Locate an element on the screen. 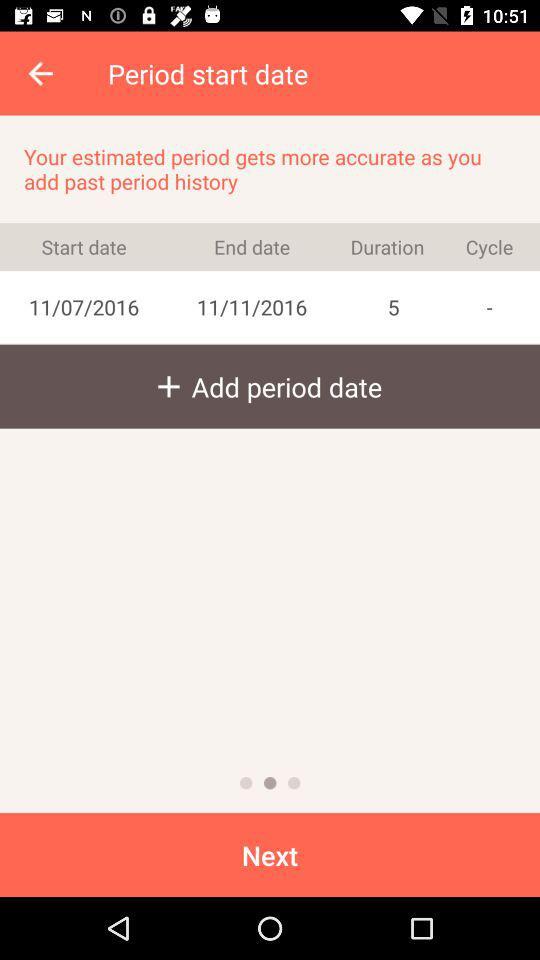 The width and height of the screenshot is (540, 960). go back is located at coordinates (246, 783).